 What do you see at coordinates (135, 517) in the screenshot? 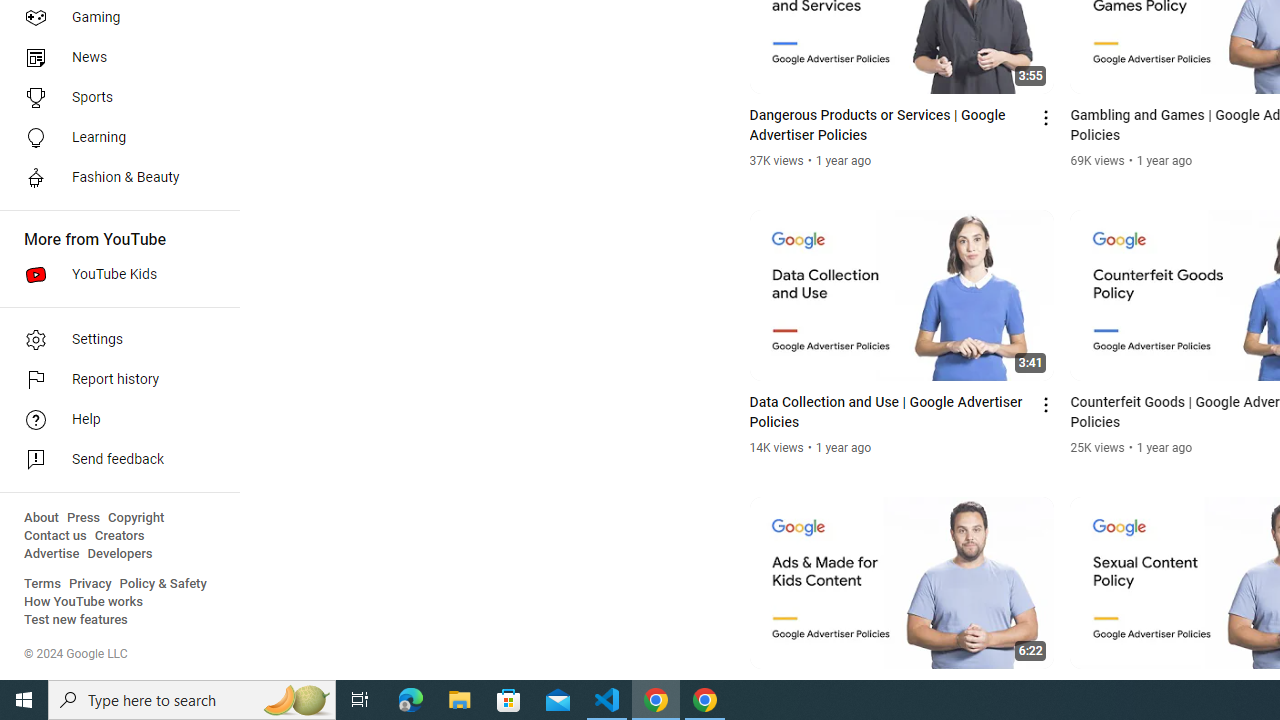
I see `'Copyright'` at bounding box center [135, 517].